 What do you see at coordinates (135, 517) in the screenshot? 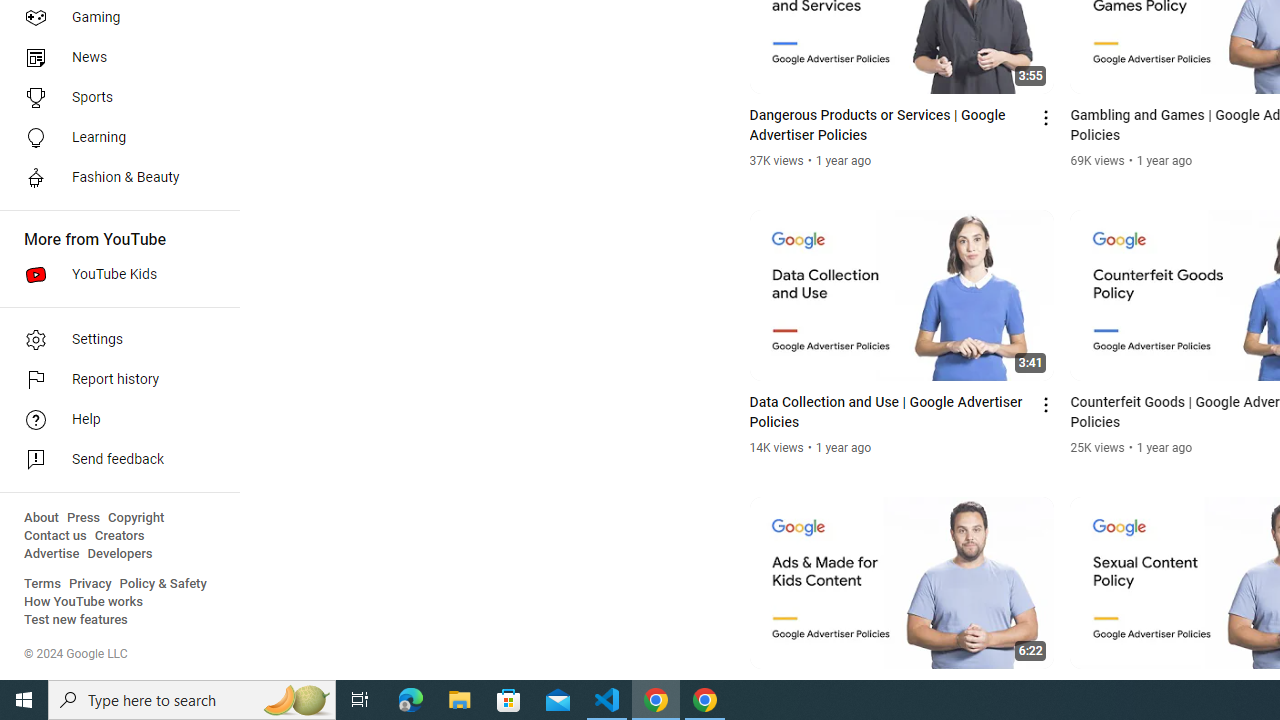
I see `'Copyright'` at bounding box center [135, 517].